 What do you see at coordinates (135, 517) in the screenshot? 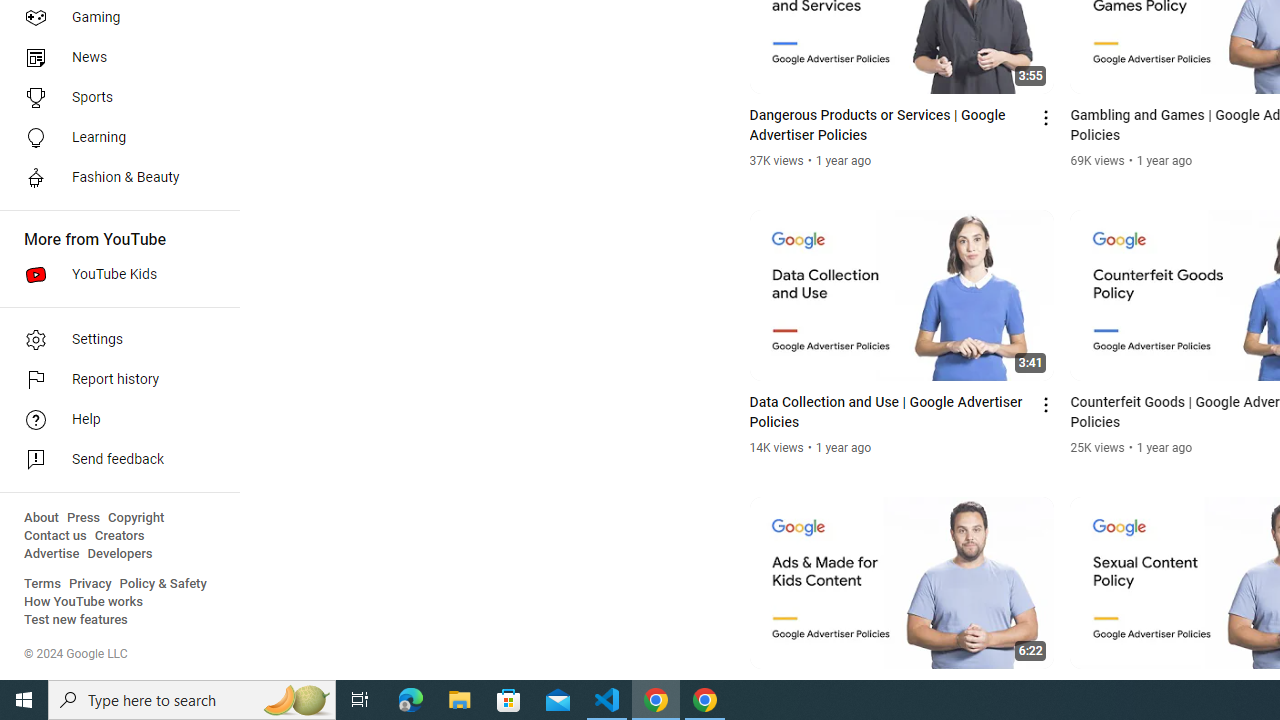
I see `'Copyright'` at bounding box center [135, 517].